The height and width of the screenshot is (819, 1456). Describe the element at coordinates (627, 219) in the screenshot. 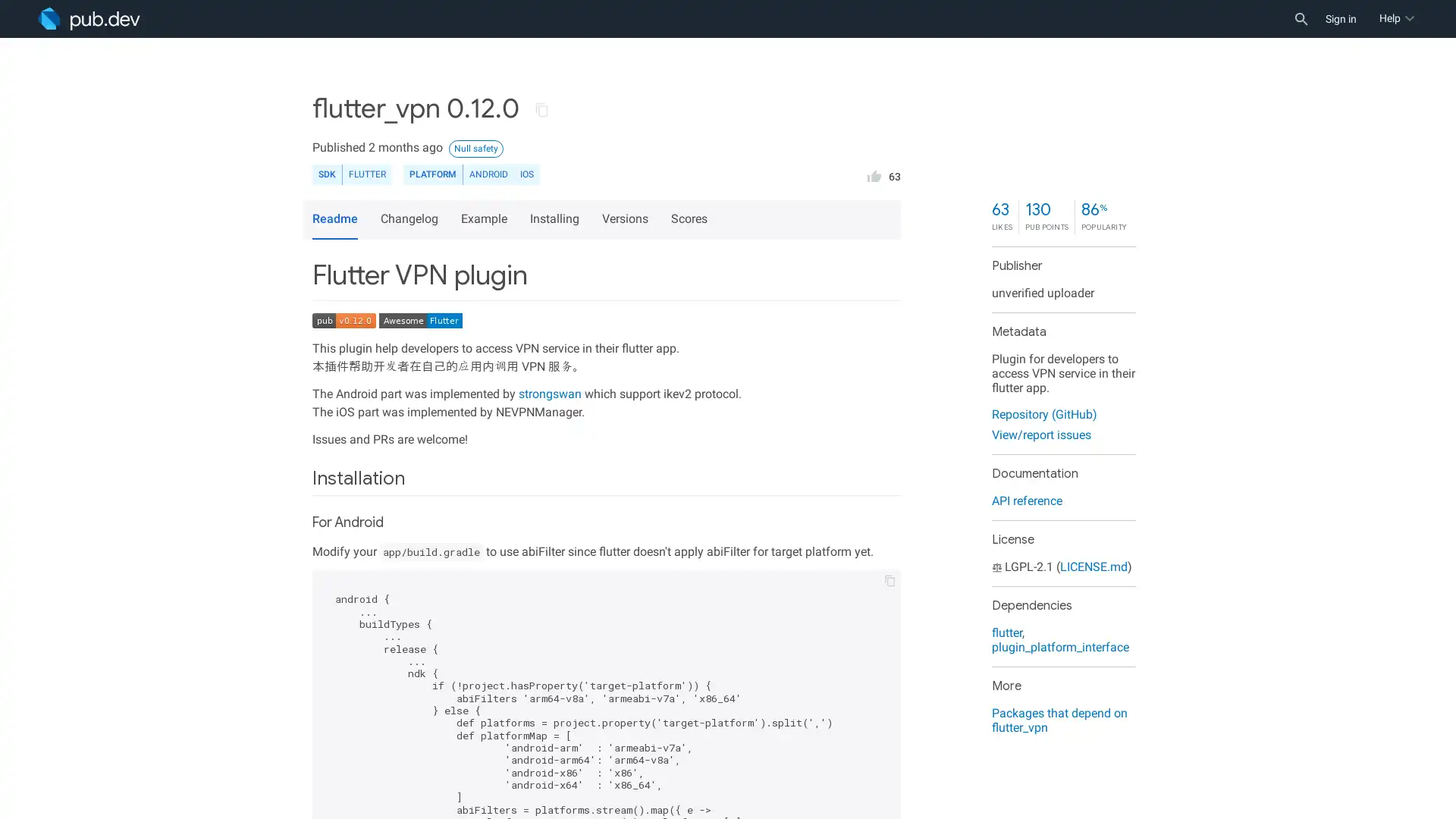

I see `Versions` at that location.